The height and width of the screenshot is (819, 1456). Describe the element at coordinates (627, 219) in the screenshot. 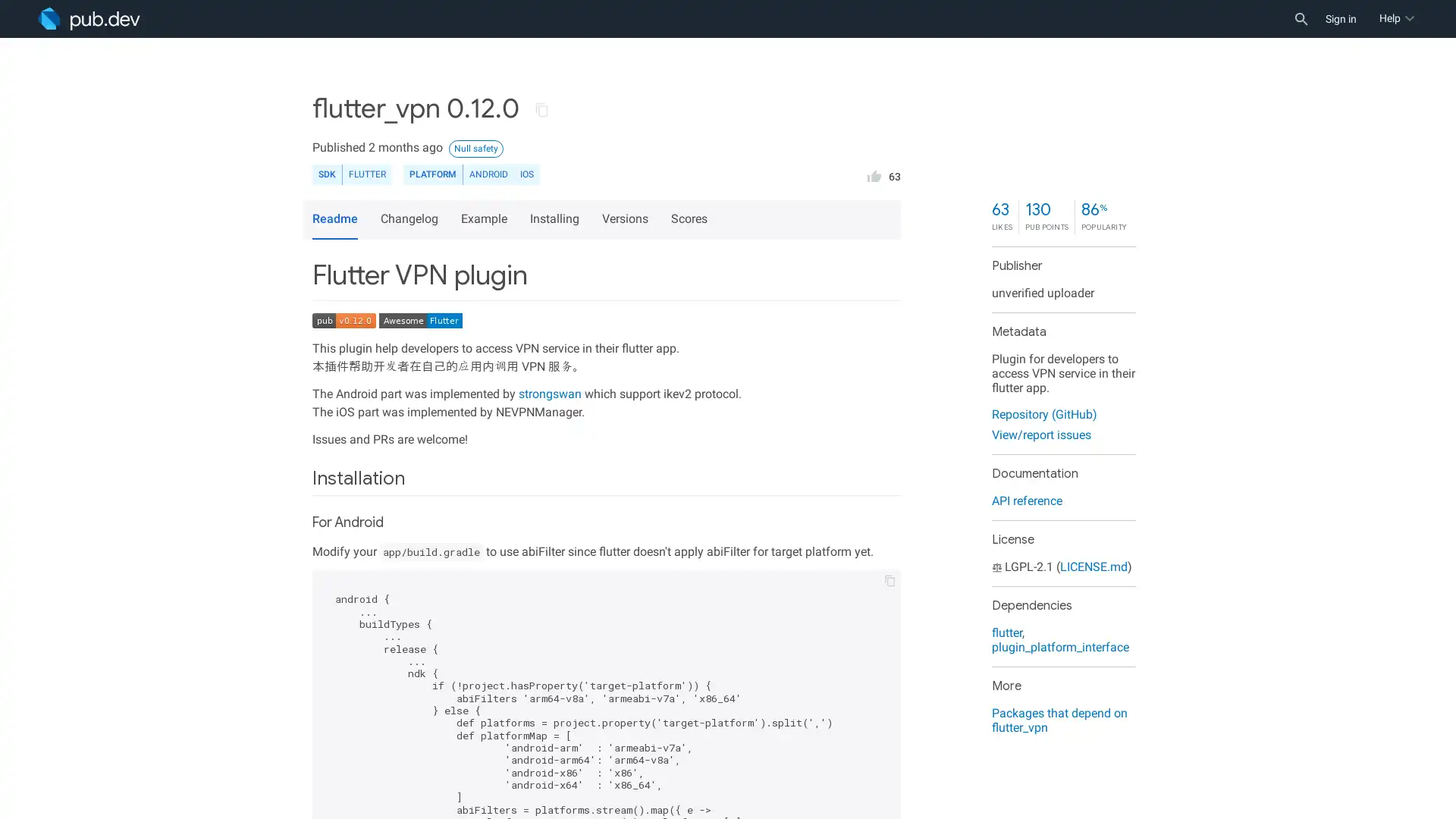

I see `Versions` at that location.